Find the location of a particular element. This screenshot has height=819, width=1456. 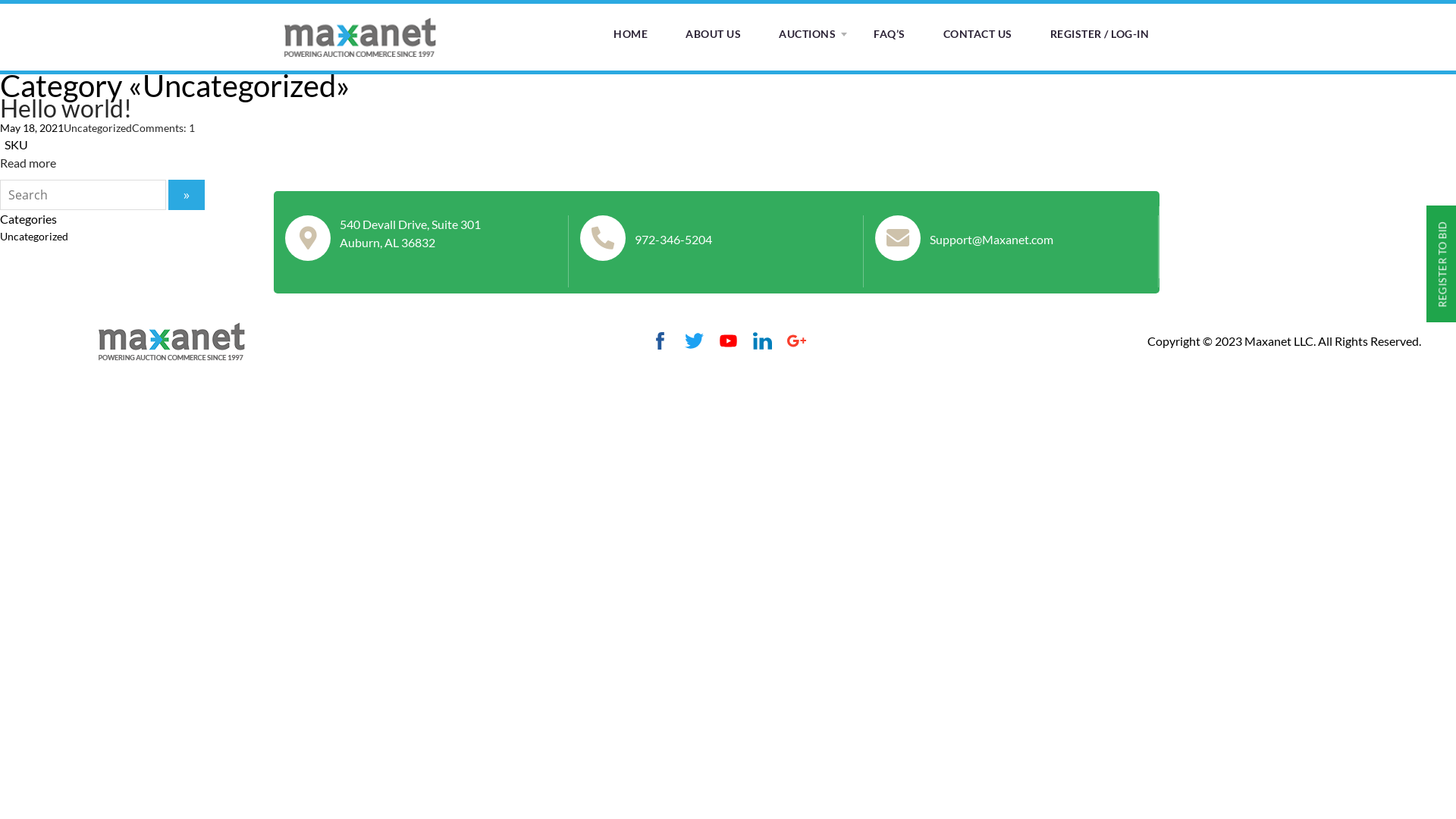

'Read more' is located at coordinates (0, 162).